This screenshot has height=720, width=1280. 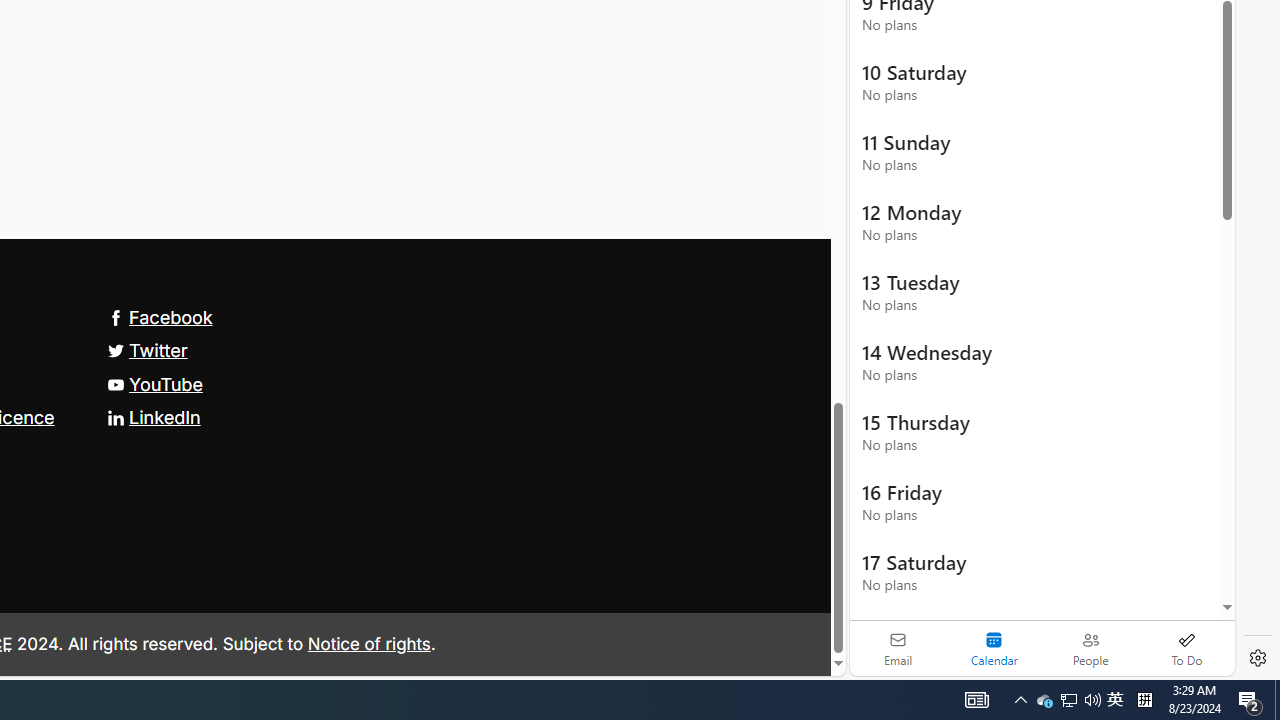 What do you see at coordinates (1089, 648) in the screenshot?
I see `'People'` at bounding box center [1089, 648].